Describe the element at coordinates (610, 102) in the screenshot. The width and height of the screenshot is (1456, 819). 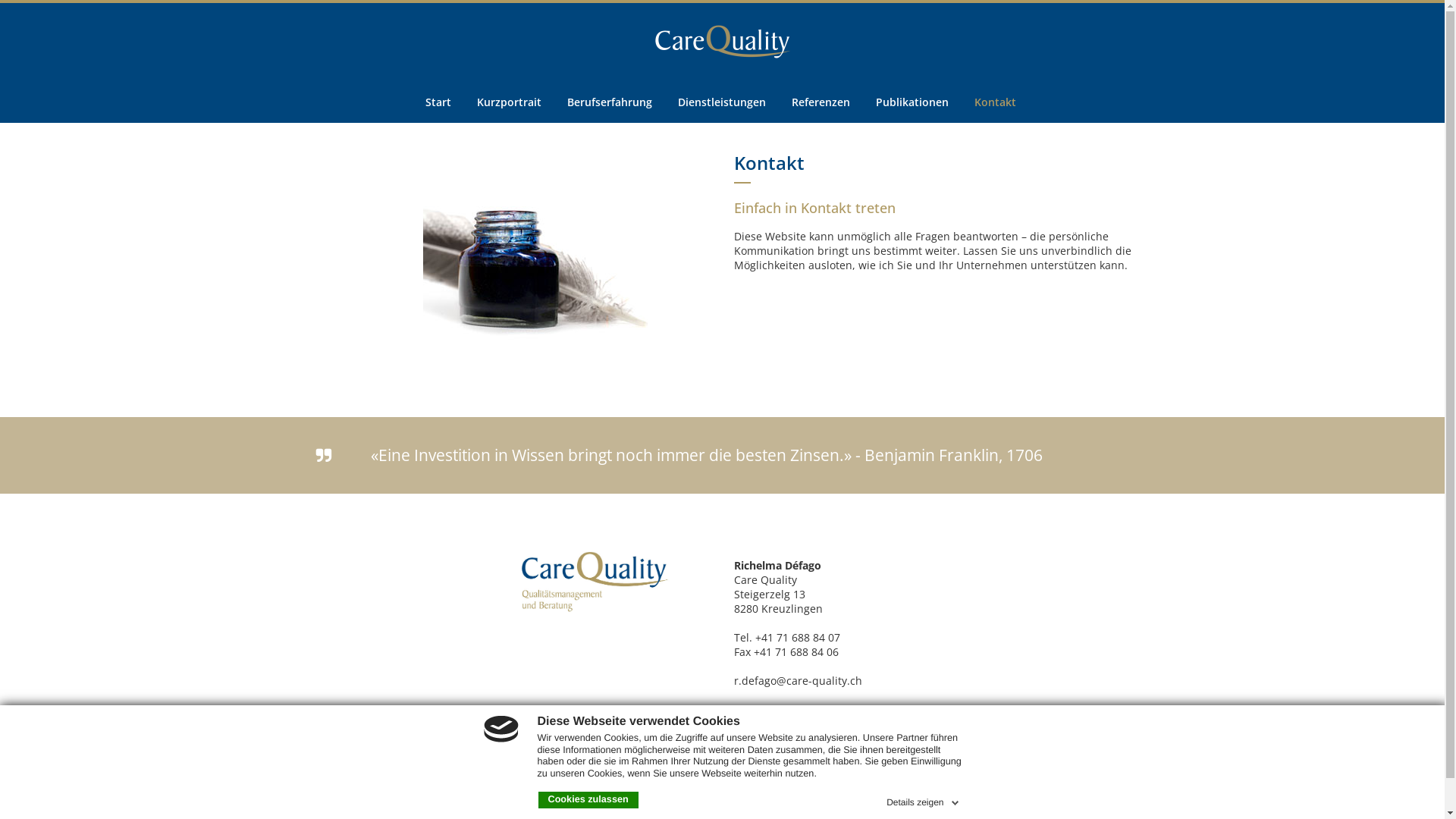
I see `'Berufserfahrung'` at that location.